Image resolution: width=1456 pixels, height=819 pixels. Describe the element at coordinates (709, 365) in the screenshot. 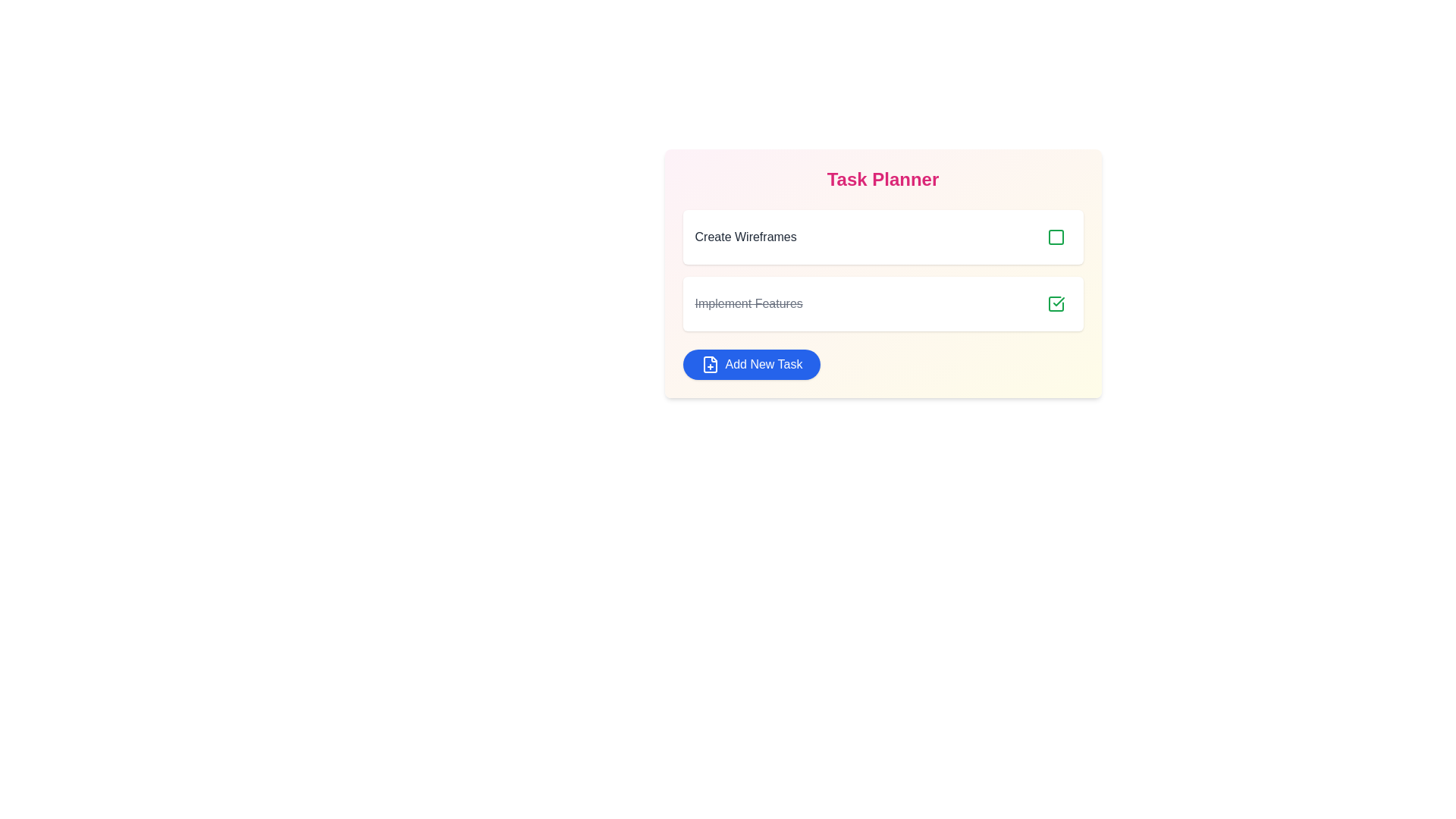

I see `the icon on the left side of the 'Add New Task' button, located at the bottom of the layout and aligned centrally horizontally` at that location.